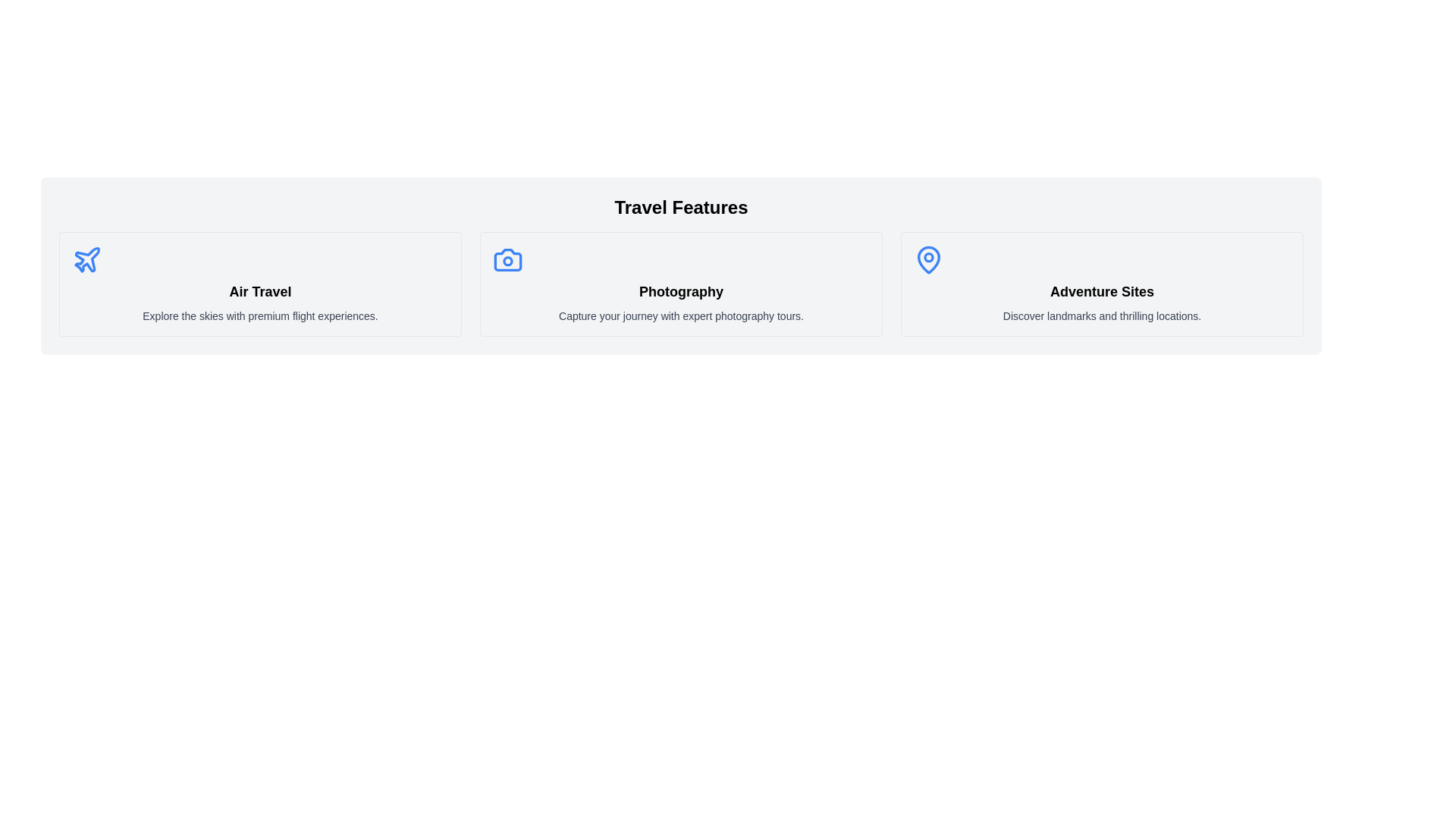 The image size is (1456, 819). I want to click on the blue pin-shaped icon with a circular hollow center, which resembles a map location indicator, located within the third card of a row of three cards, so click(927, 259).